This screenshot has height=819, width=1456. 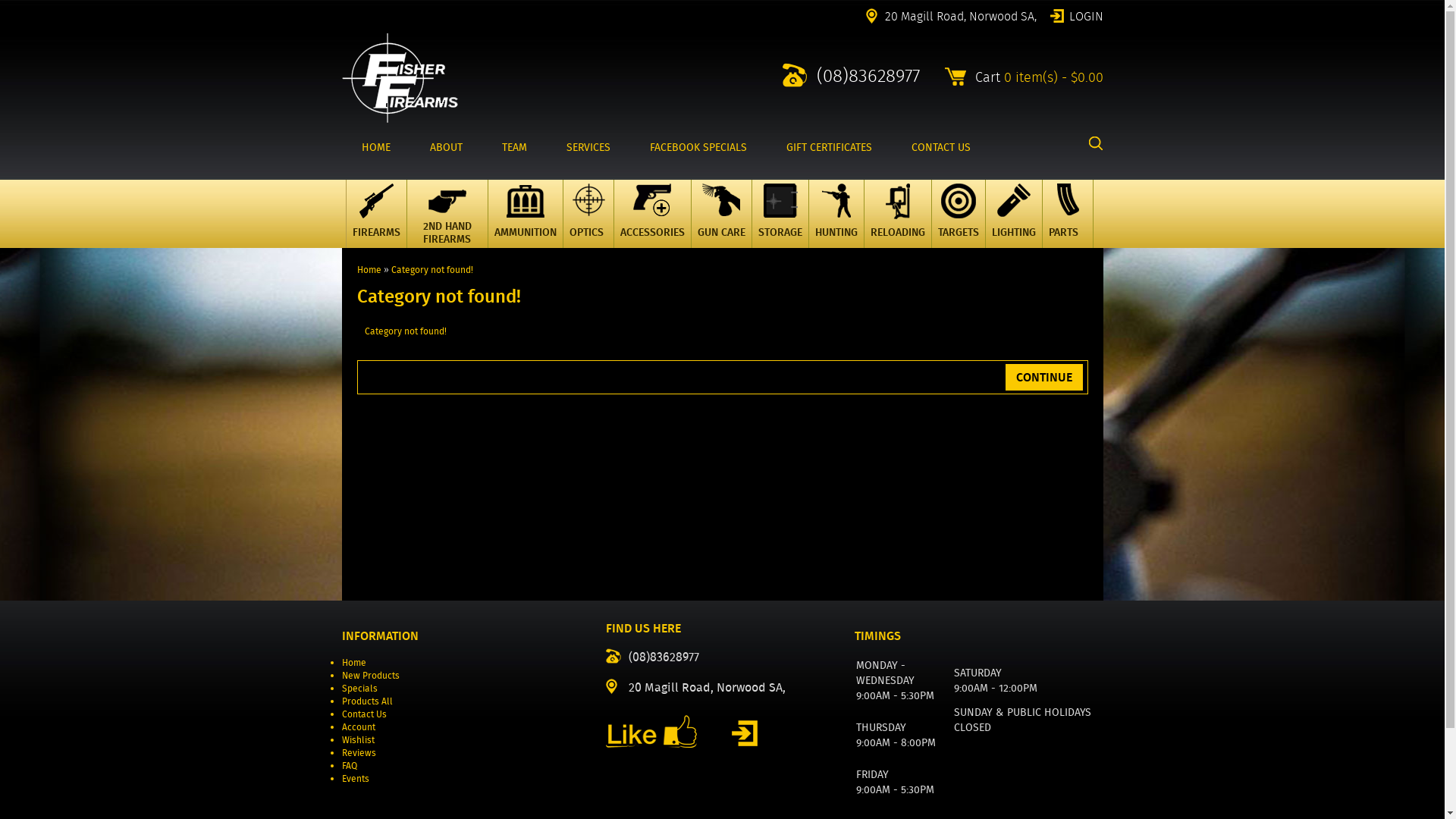 I want to click on 'Products All', so click(x=366, y=701).